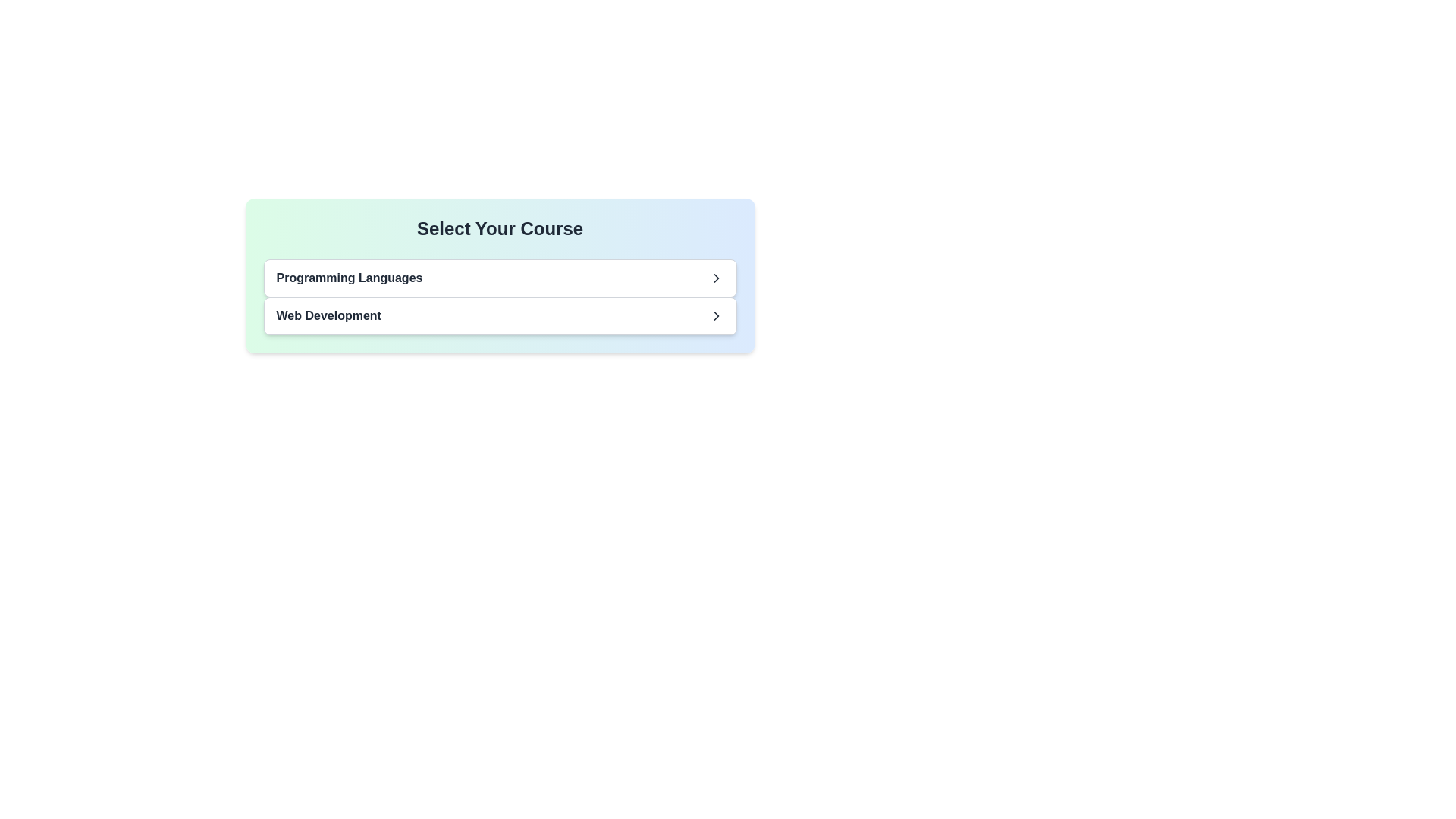 The image size is (1456, 819). I want to click on the chevron icon on the right side of the 'Web Development' button to proceed and open additional information related to Web Development, so click(715, 315).